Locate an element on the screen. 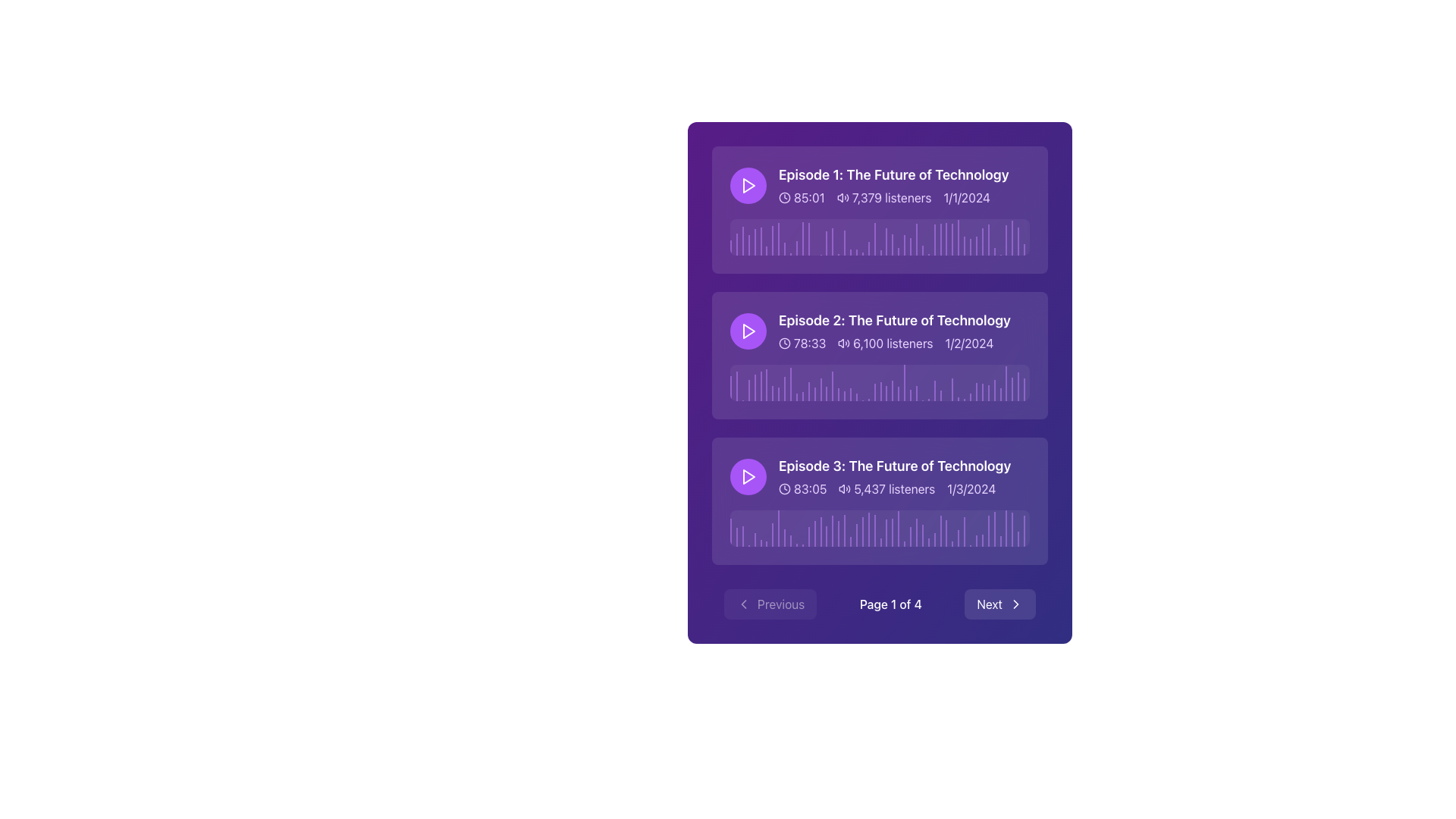 The width and height of the screenshot is (1456, 819). the vertical thin purple line indicator that is part of the waveform component below 'Episode 3: The Future of Technology' is located at coordinates (988, 530).